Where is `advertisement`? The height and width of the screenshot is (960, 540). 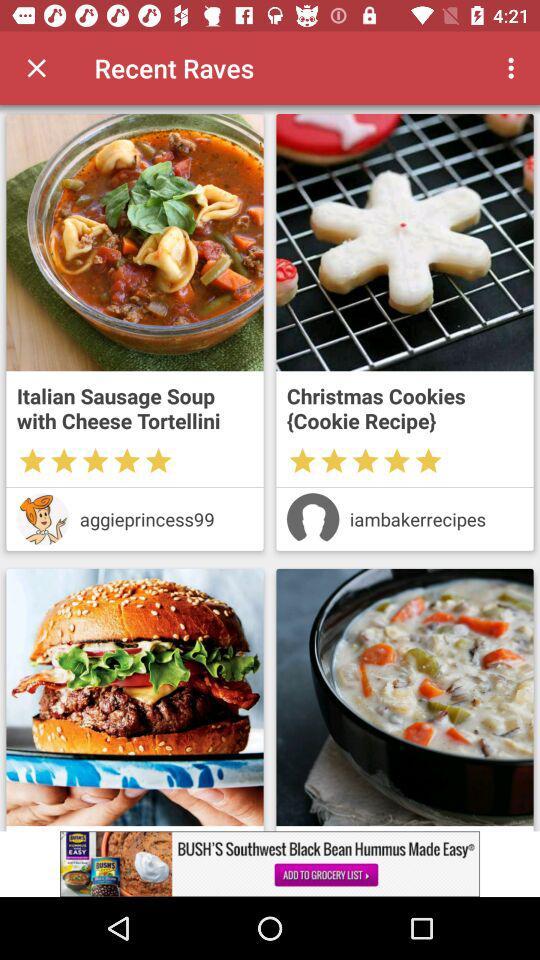
advertisement is located at coordinates (405, 697).